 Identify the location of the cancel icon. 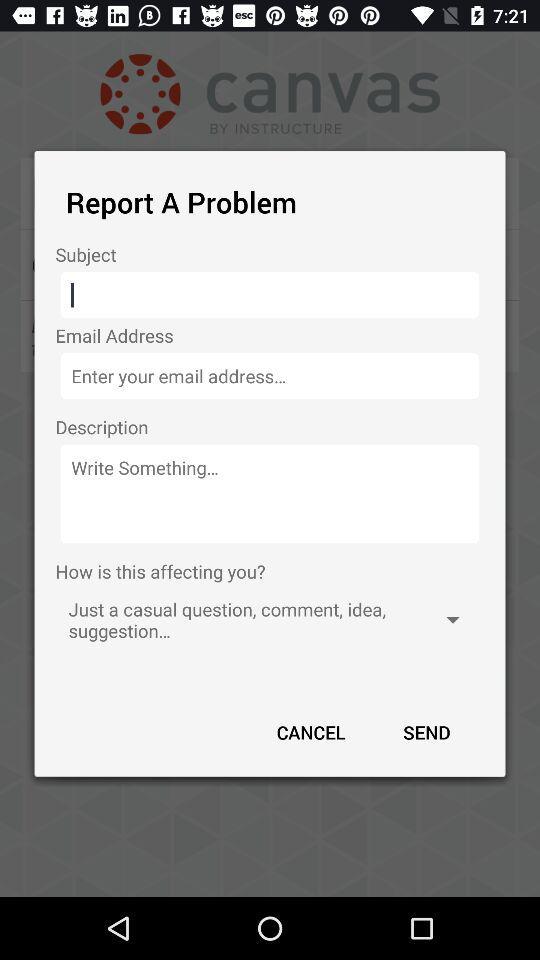
(311, 731).